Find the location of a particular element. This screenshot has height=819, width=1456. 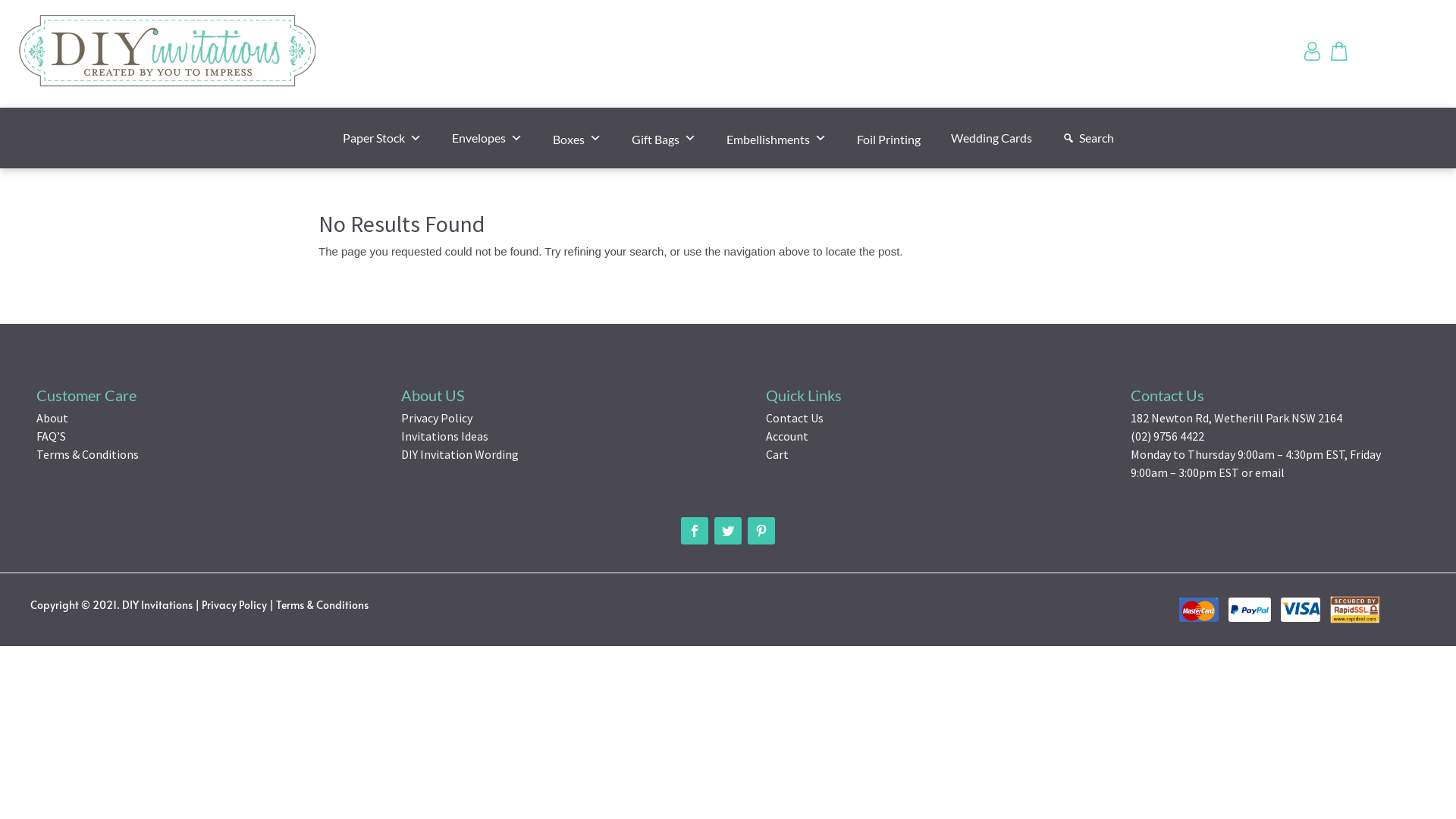

'Envelopes' is located at coordinates (487, 137).